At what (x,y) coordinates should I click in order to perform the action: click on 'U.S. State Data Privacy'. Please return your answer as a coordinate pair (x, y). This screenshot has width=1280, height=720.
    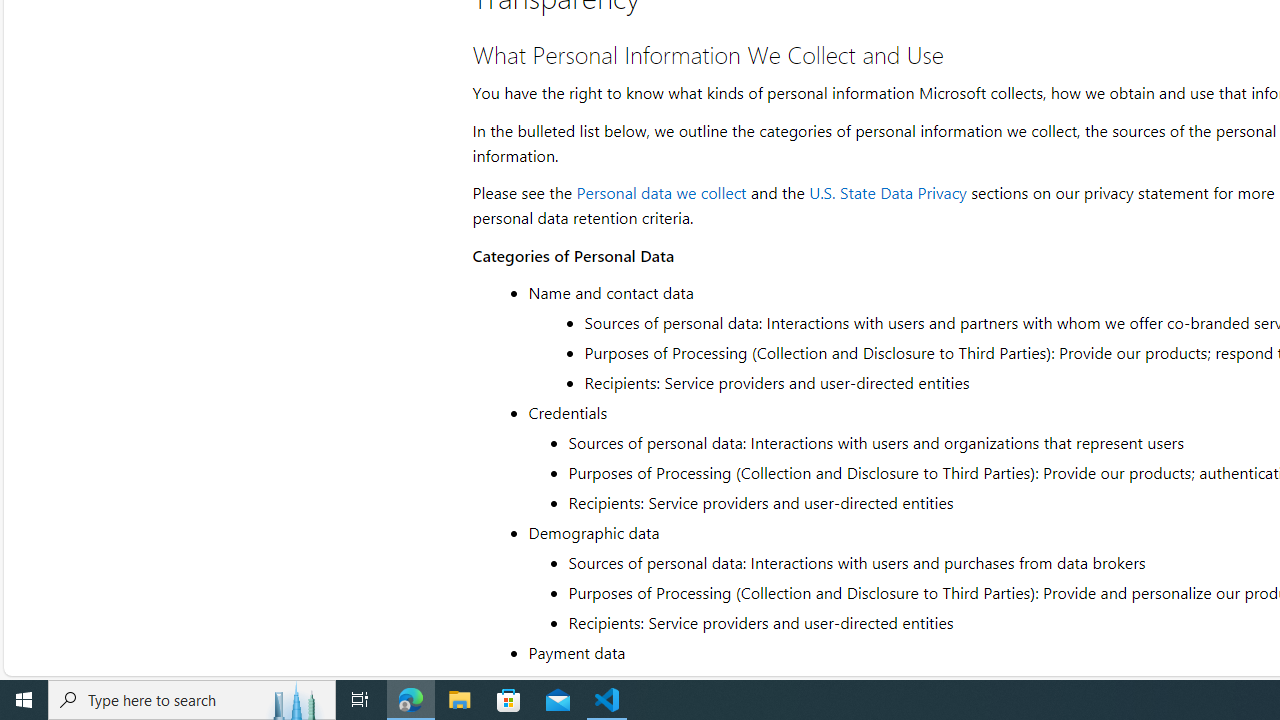
    Looking at the image, I should click on (886, 192).